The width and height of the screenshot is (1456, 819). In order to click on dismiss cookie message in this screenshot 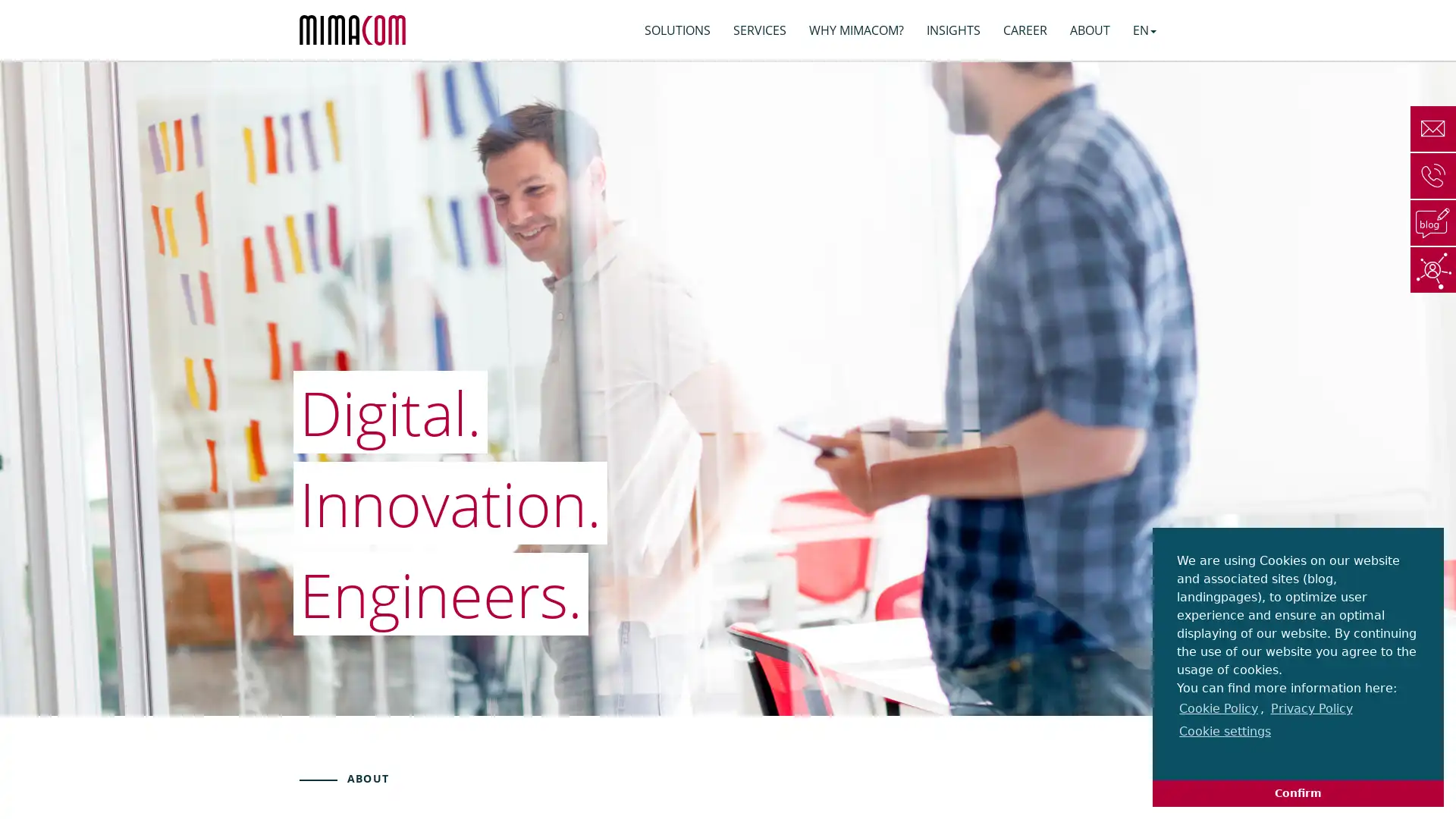, I will do `click(1298, 792)`.